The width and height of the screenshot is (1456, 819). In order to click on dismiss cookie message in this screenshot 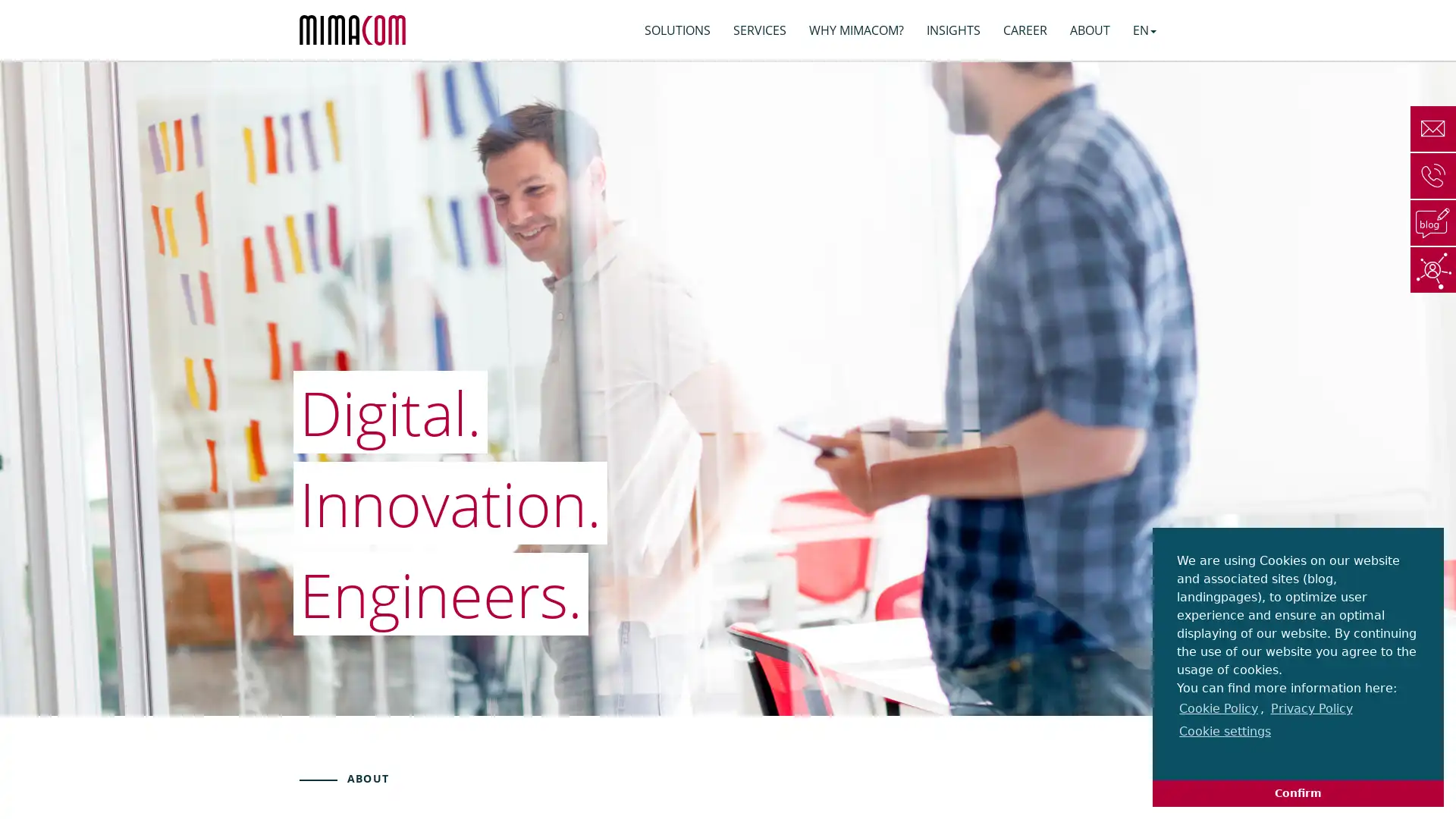, I will do `click(1298, 792)`.